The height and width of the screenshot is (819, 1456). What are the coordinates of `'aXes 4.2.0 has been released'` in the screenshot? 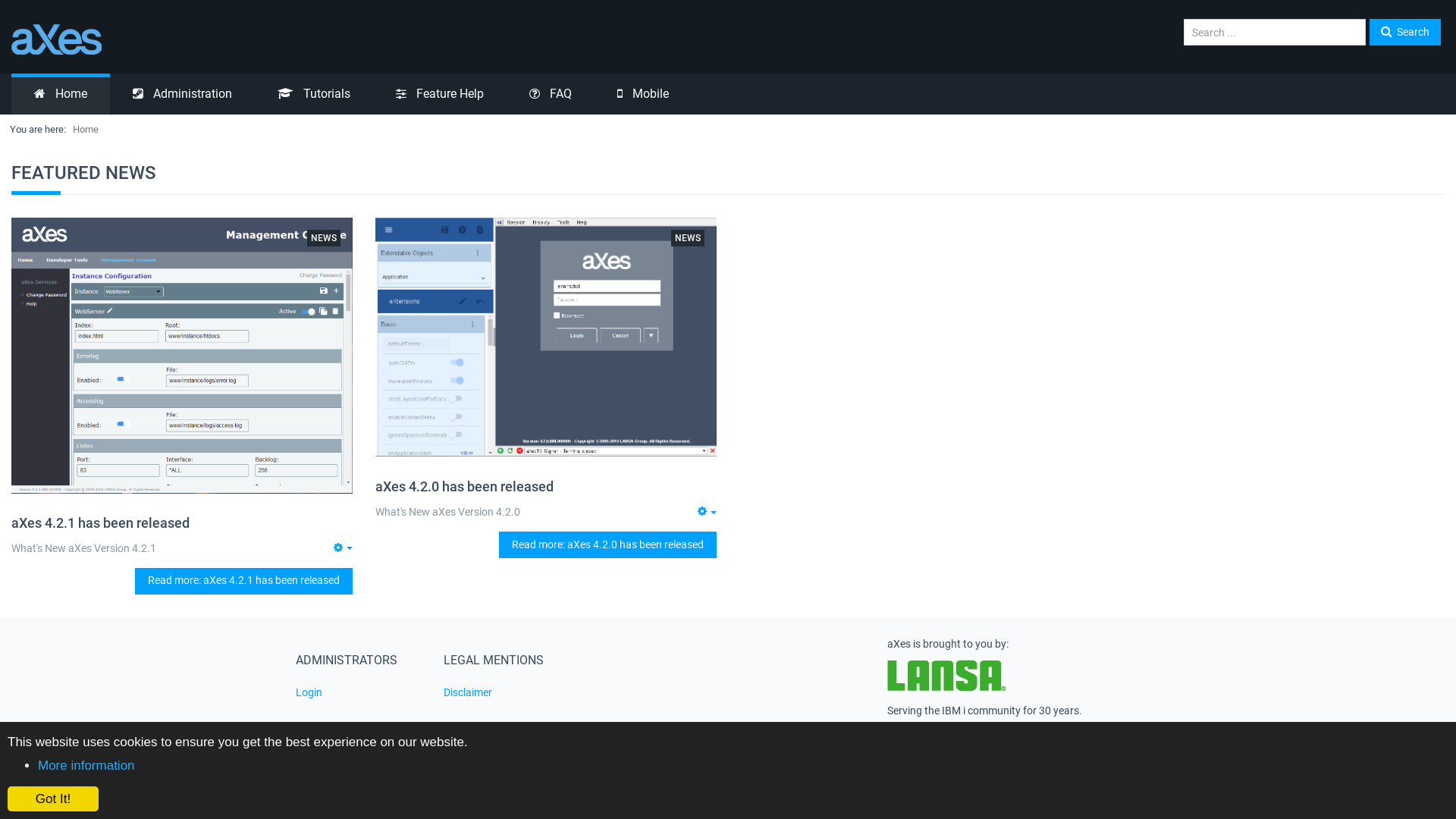 It's located at (463, 486).